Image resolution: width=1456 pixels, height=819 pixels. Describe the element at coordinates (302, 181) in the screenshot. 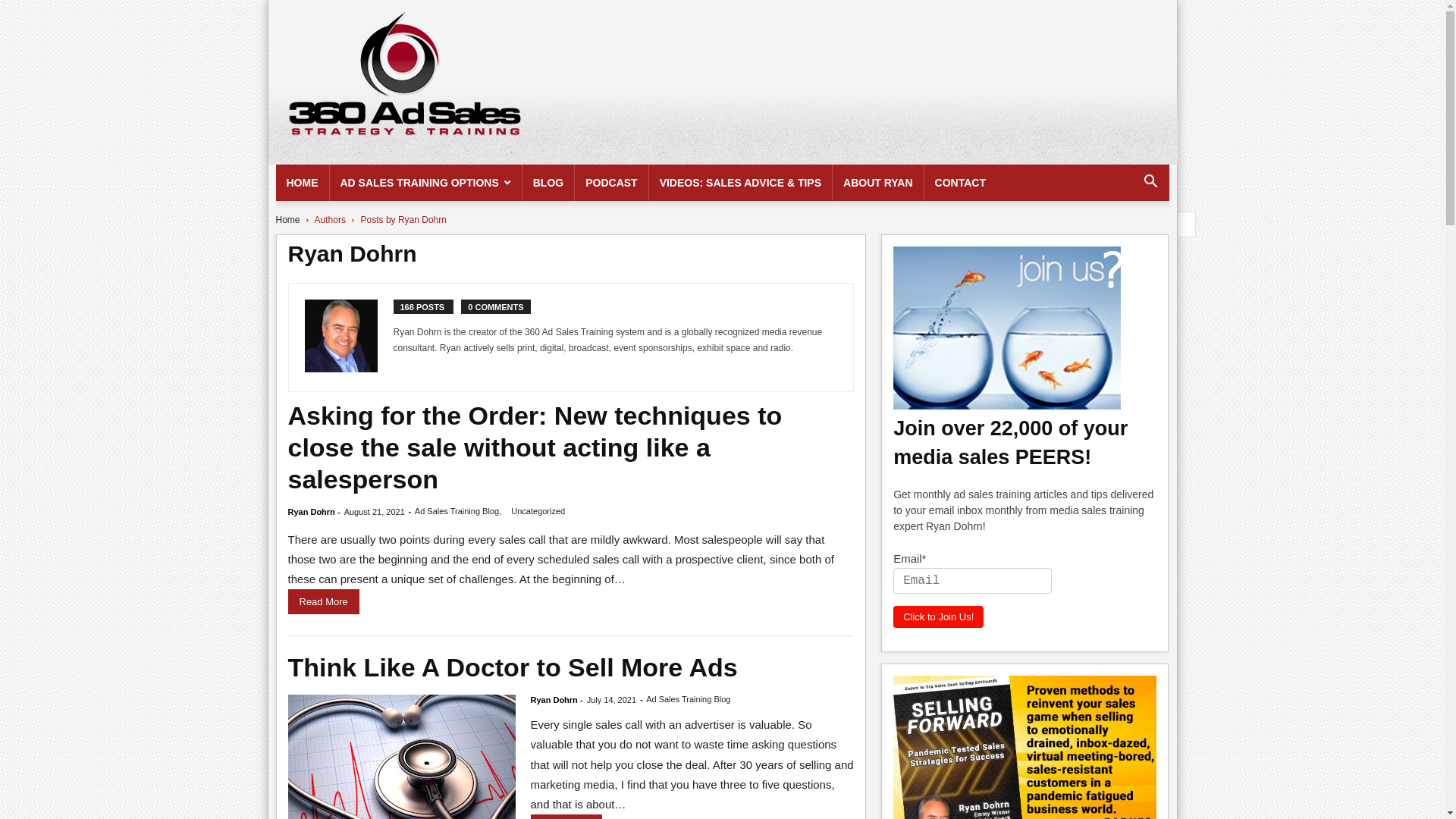

I see `'HOME'` at that location.